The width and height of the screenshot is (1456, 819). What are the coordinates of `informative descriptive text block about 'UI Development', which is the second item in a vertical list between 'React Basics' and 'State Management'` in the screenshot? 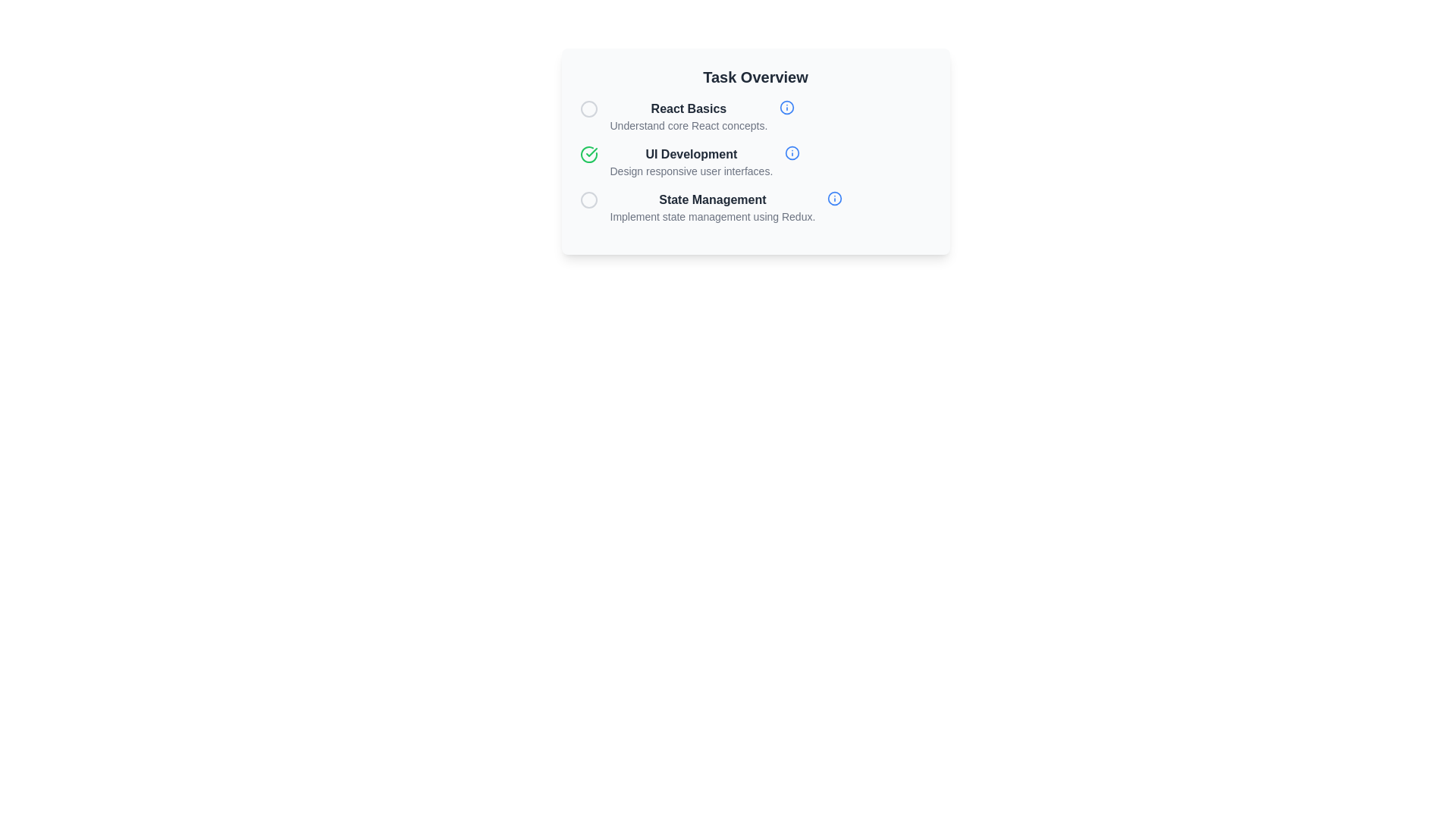 It's located at (755, 162).